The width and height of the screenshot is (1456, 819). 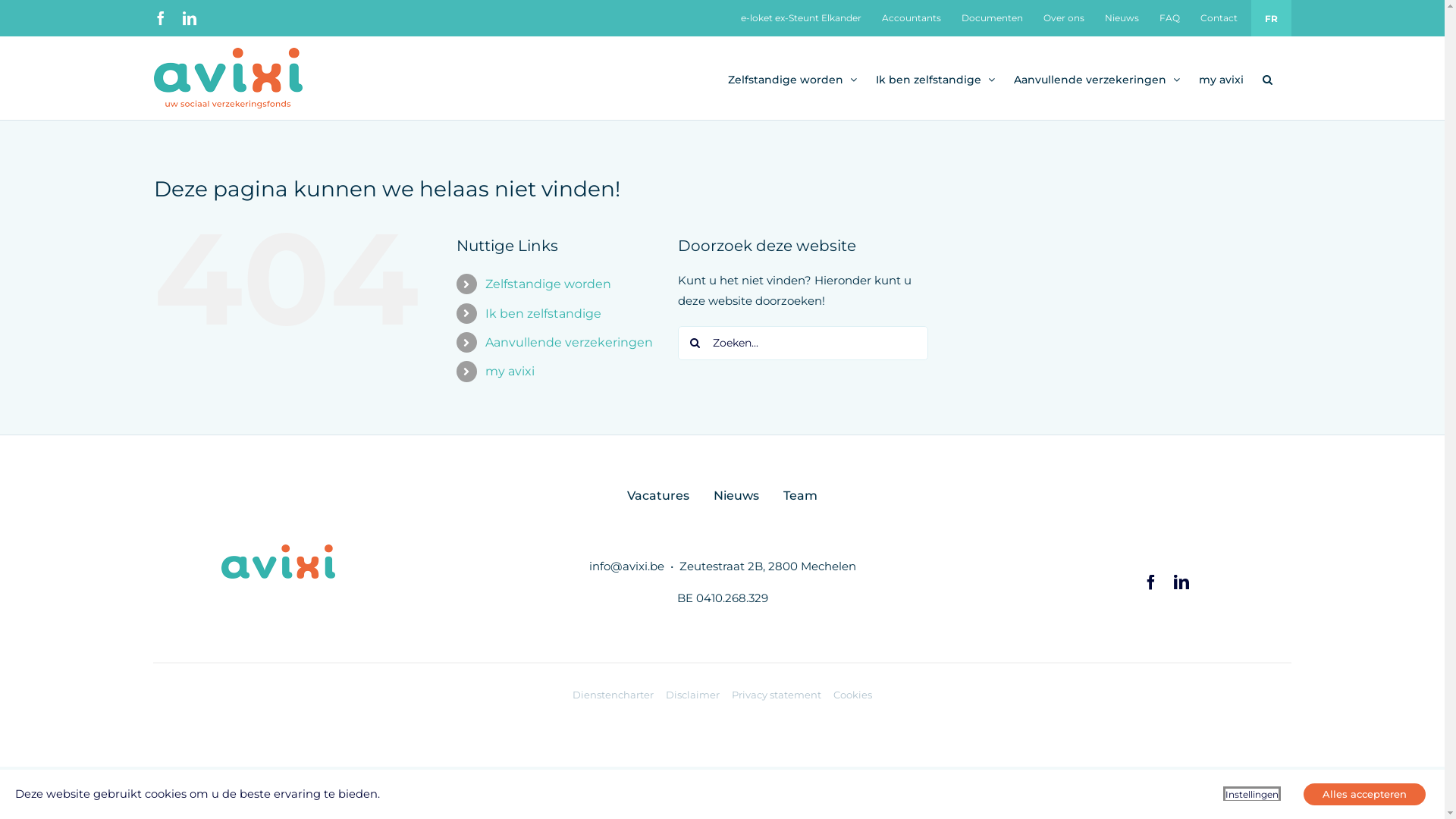 I want to click on 'Instellingen', so click(x=1252, y=792).